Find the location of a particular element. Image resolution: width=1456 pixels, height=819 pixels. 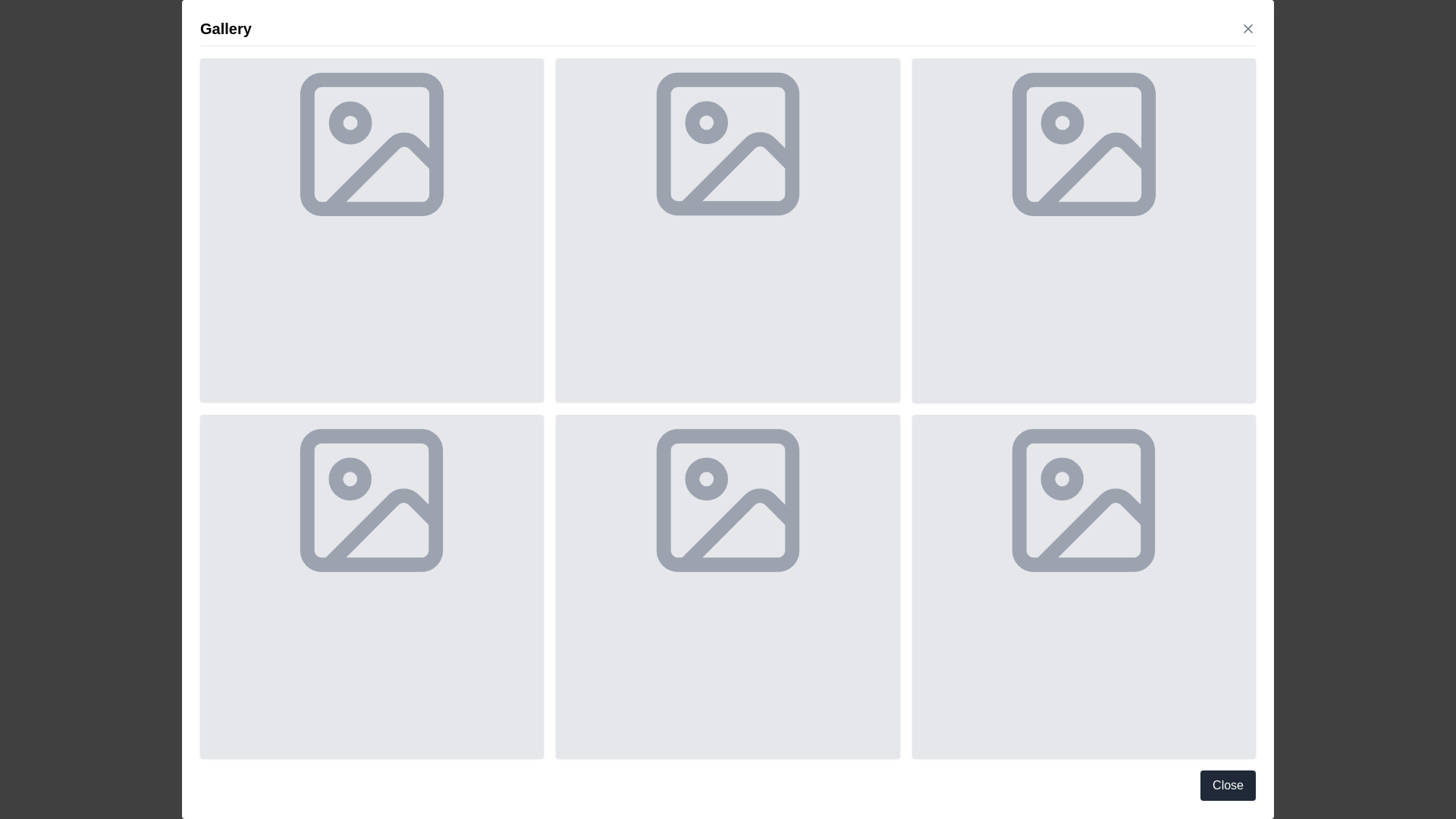

the 'Close' button, which is a rectangular button with slightly rounded corners displaying the text 'Close' in white on a dark gray background, located at the bottom-right corner of the modal window is located at coordinates (1228, 785).